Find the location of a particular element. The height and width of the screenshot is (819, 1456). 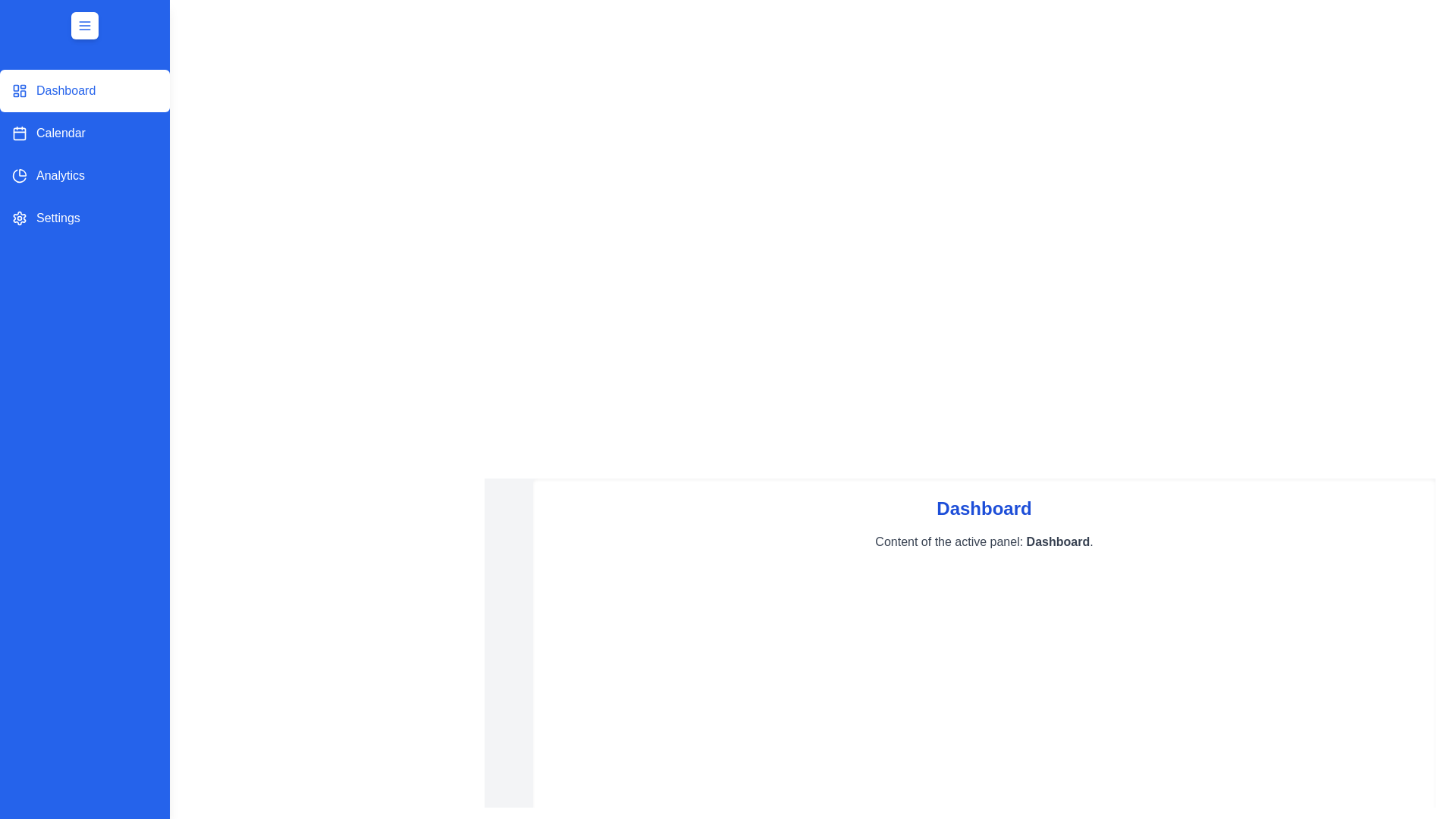

the panel labeled Dashboard in the sidebar is located at coordinates (83, 90).